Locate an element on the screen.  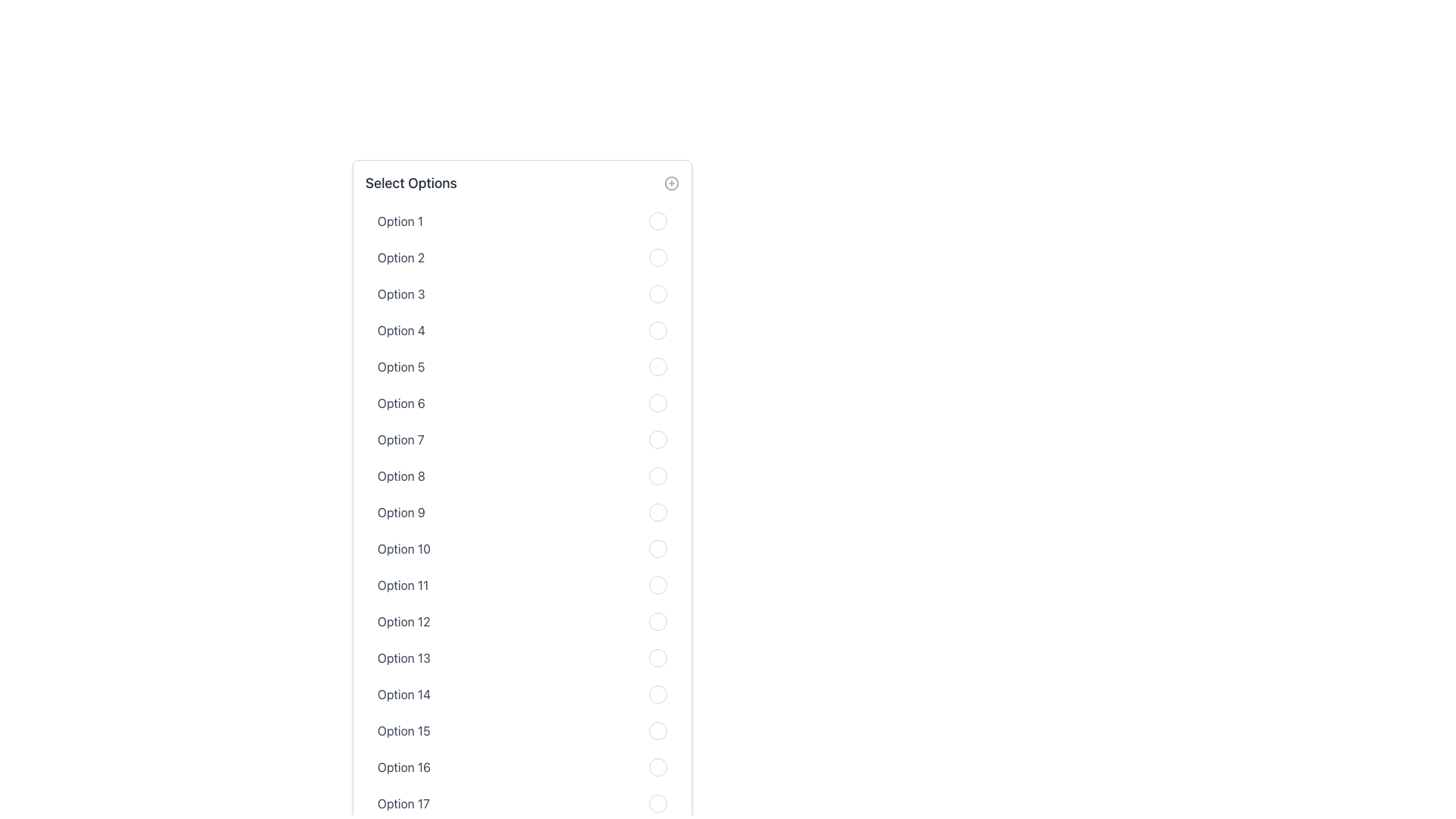
the second radio button labeled 'Option 9' is located at coordinates (658, 512).